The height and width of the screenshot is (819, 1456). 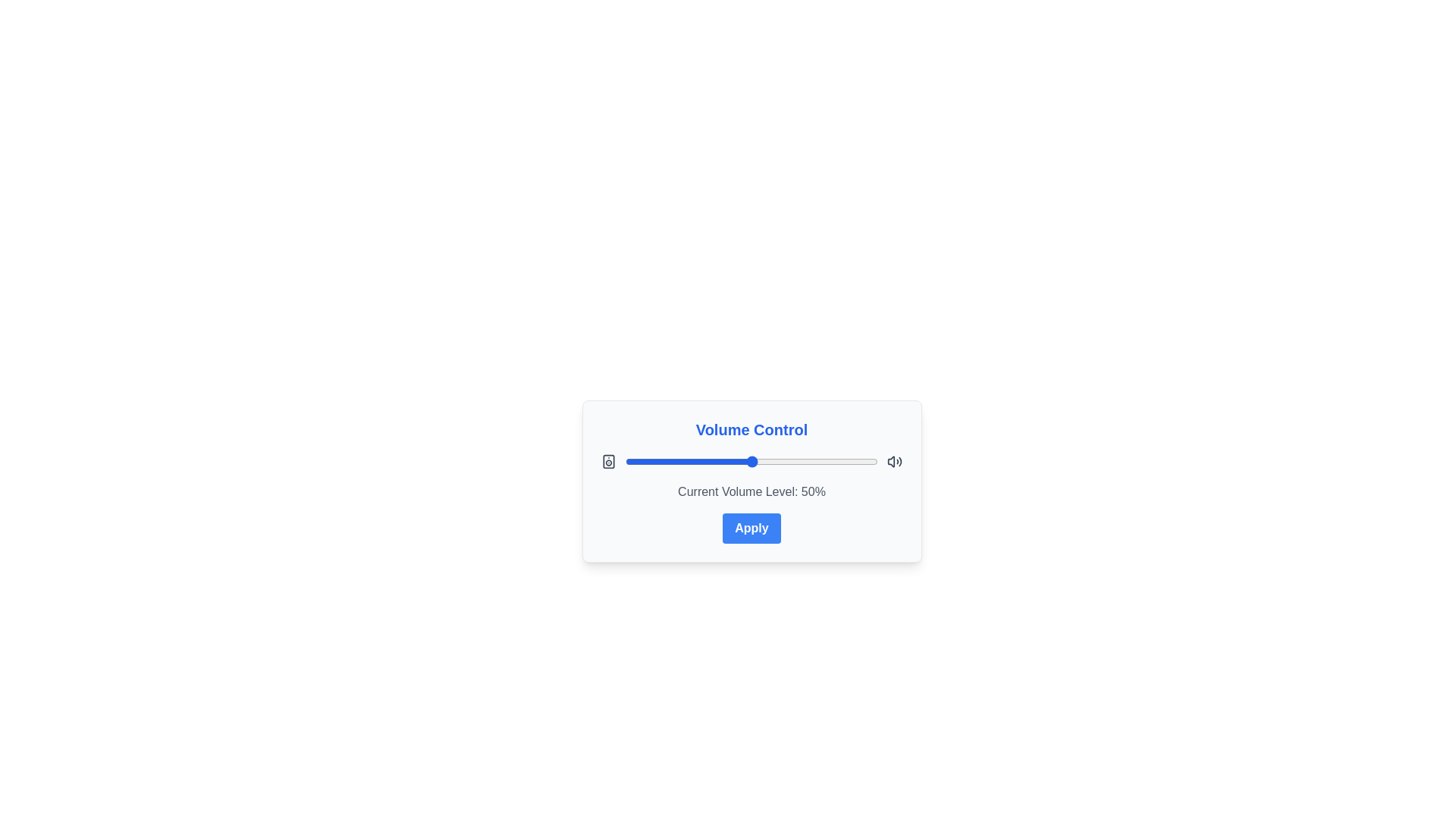 I want to click on the volume level, so click(x=708, y=461).